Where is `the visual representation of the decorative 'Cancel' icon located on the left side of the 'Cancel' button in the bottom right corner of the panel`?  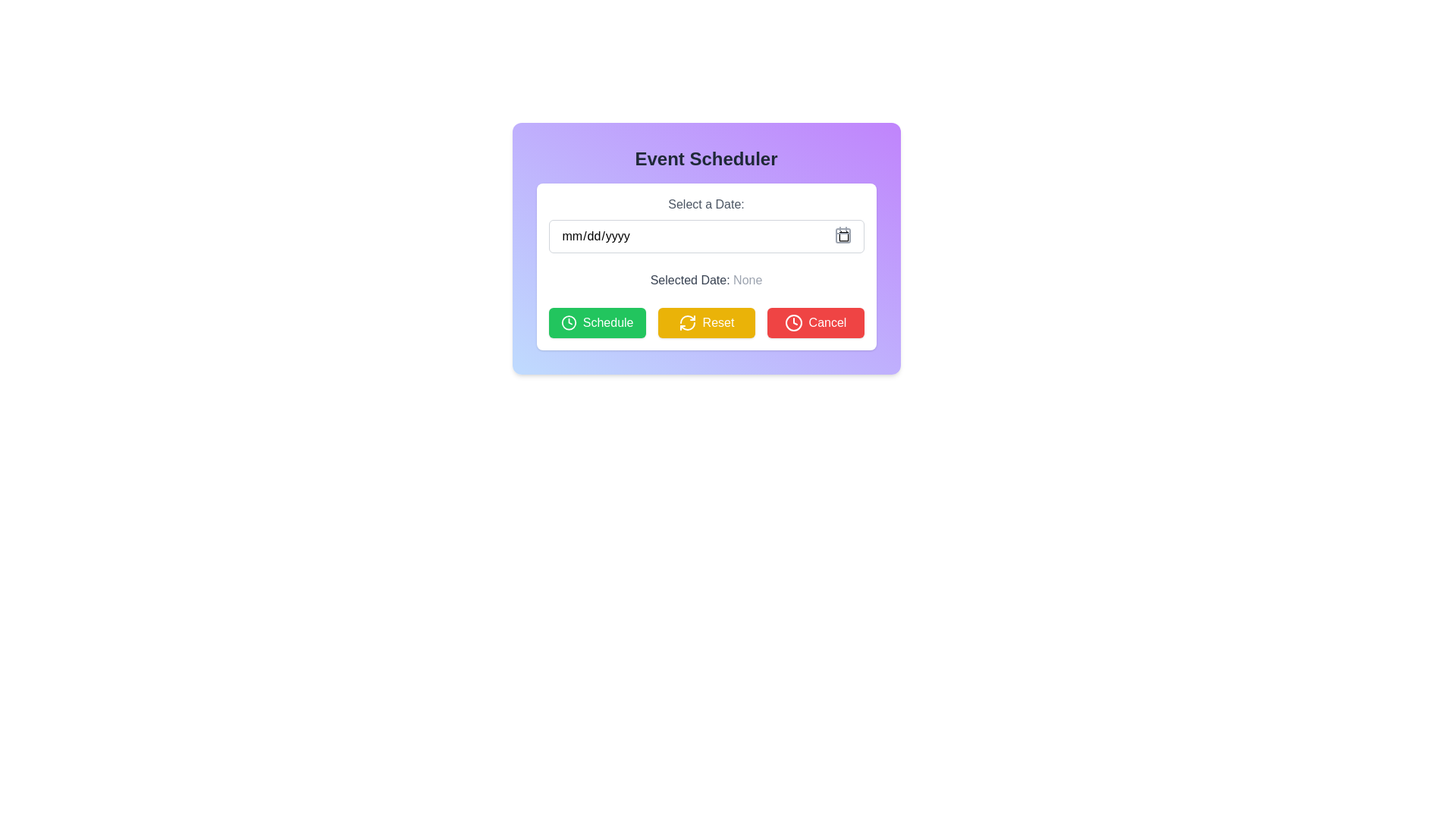 the visual representation of the decorative 'Cancel' icon located on the left side of the 'Cancel' button in the bottom right corner of the panel is located at coordinates (792, 322).